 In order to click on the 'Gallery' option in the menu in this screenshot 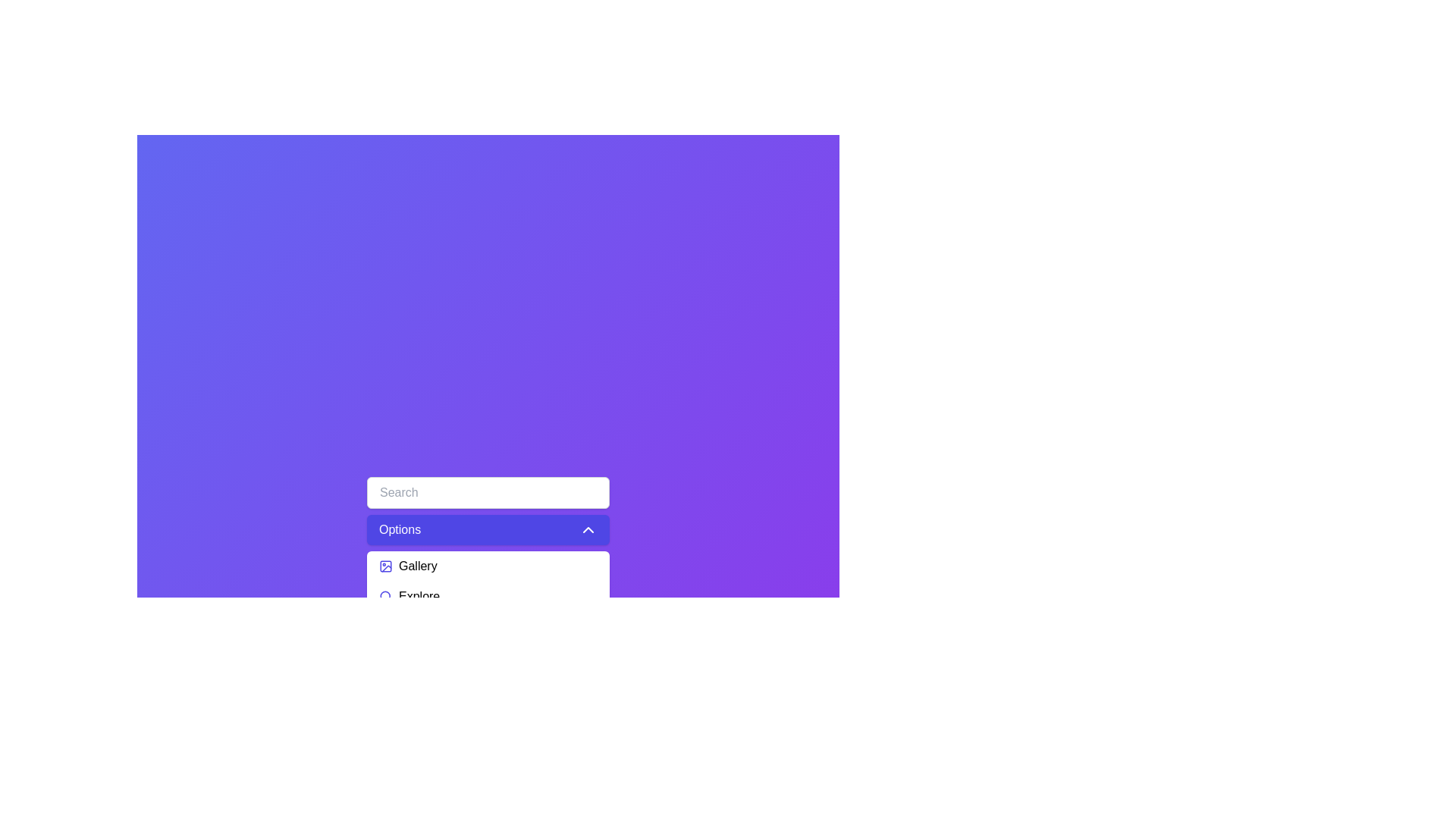, I will do `click(488, 566)`.